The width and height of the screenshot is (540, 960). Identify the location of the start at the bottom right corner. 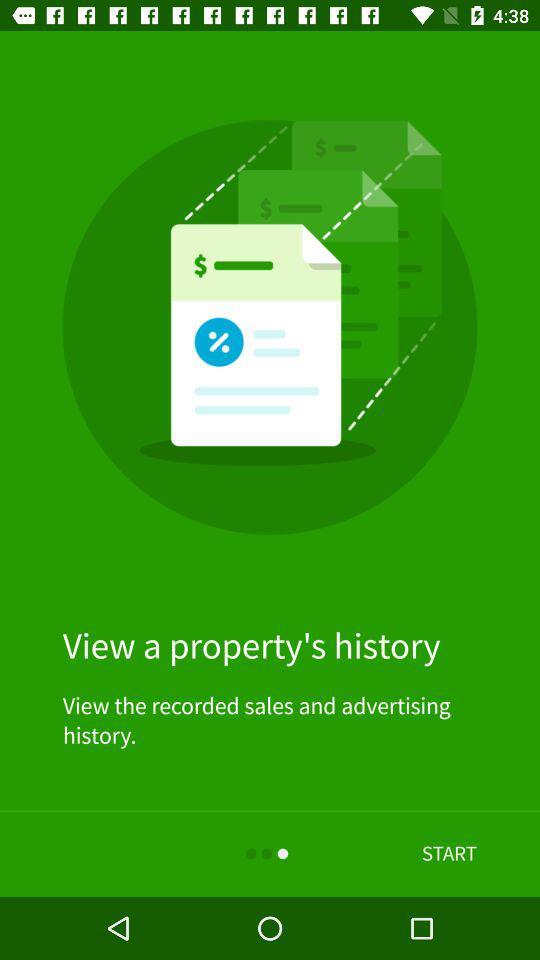
(449, 853).